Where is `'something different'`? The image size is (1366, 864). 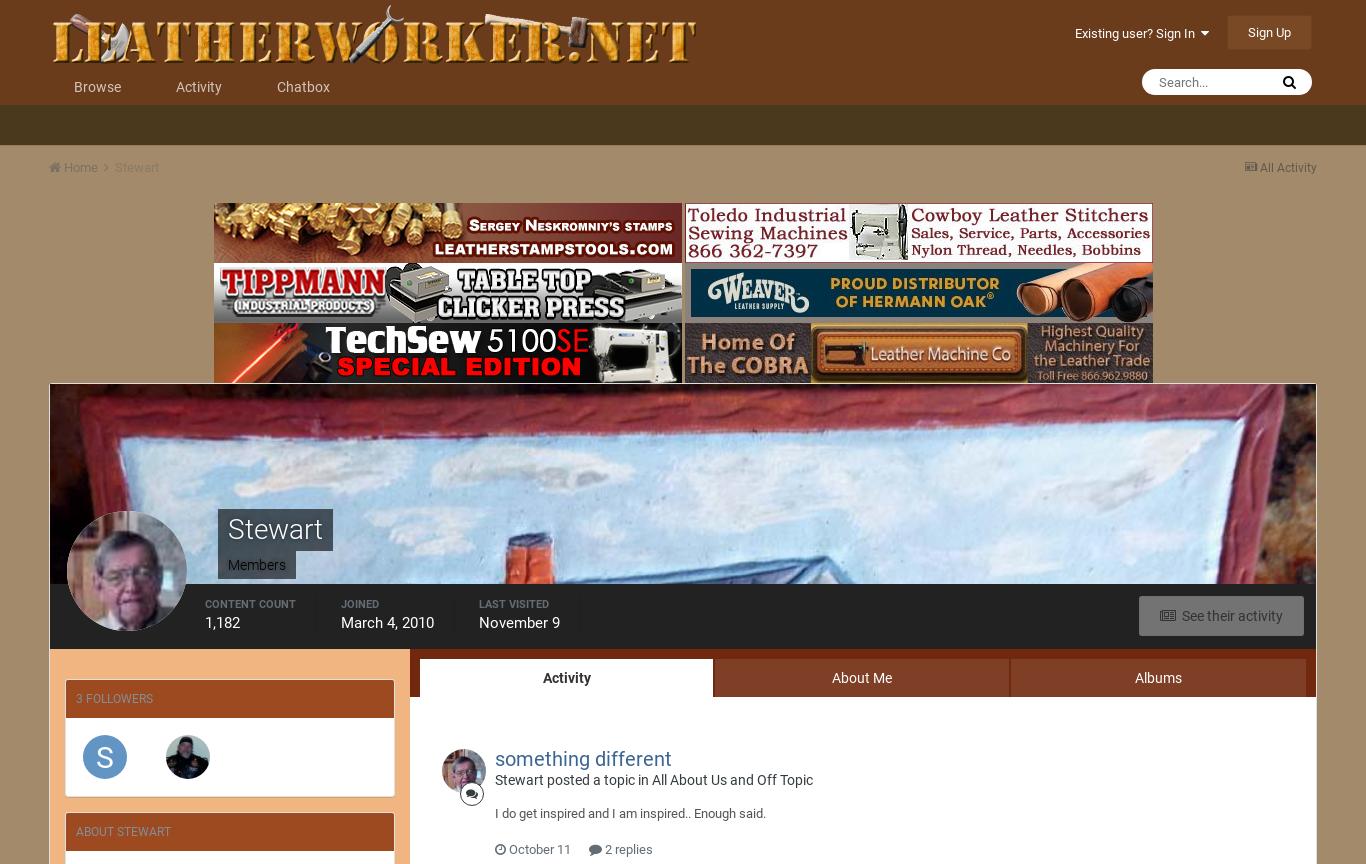
'something different' is located at coordinates (582, 758).